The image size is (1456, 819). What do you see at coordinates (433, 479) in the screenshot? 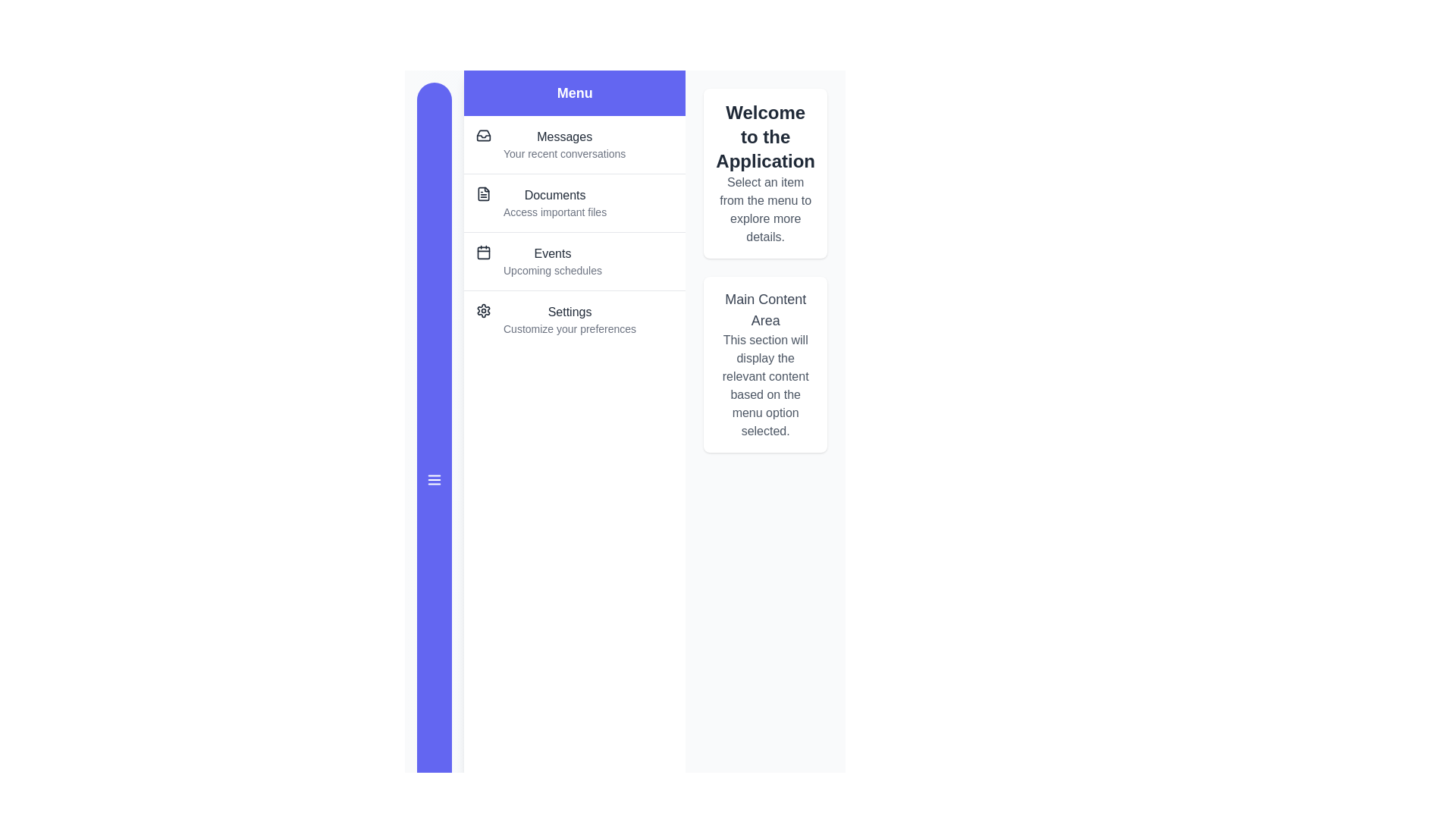
I see `the button to toggle the visibility of the drawer menu` at bounding box center [433, 479].